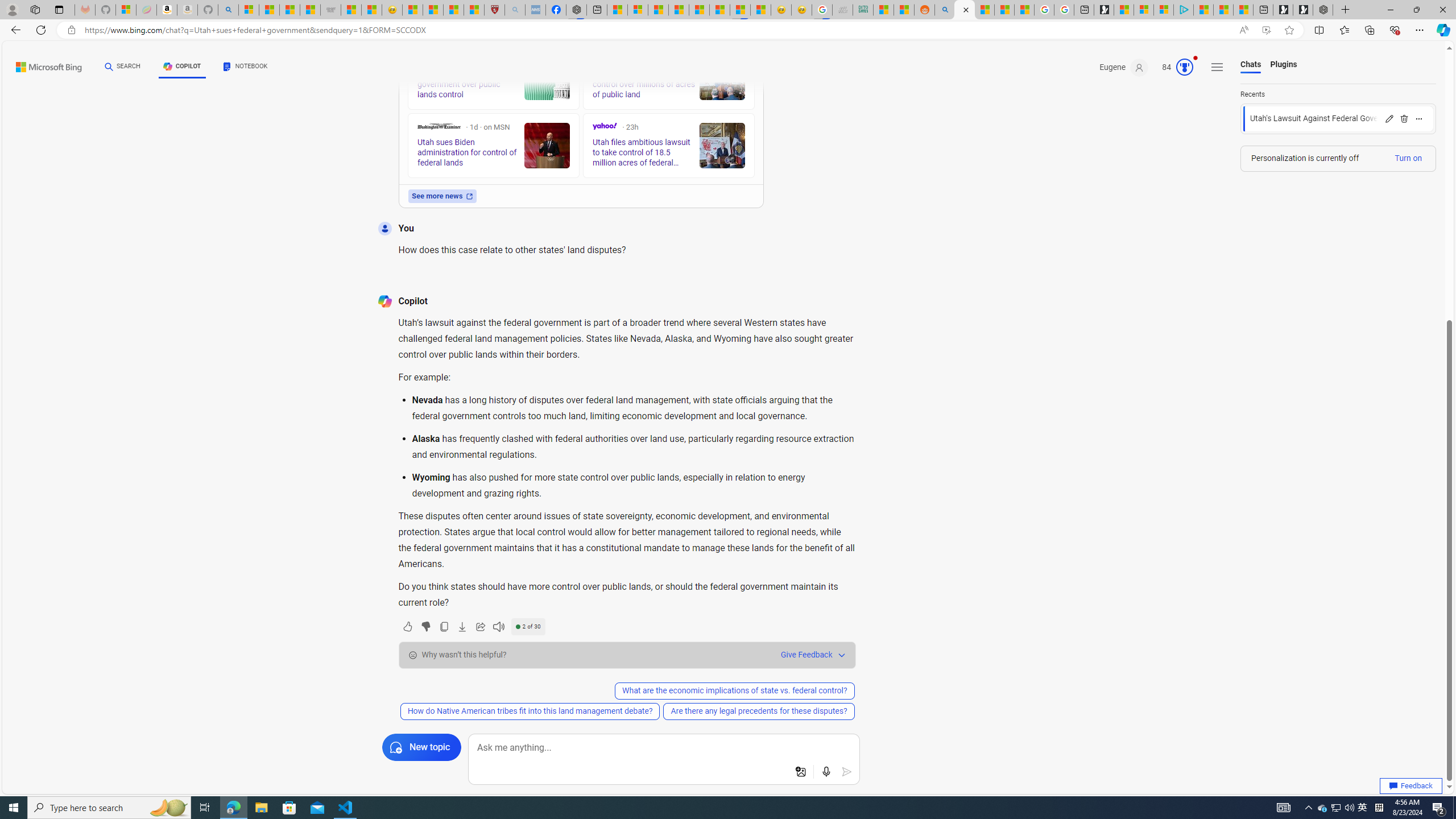 This screenshot has height=819, width=1456. I want to click on 'New topic', so click(421, 747).